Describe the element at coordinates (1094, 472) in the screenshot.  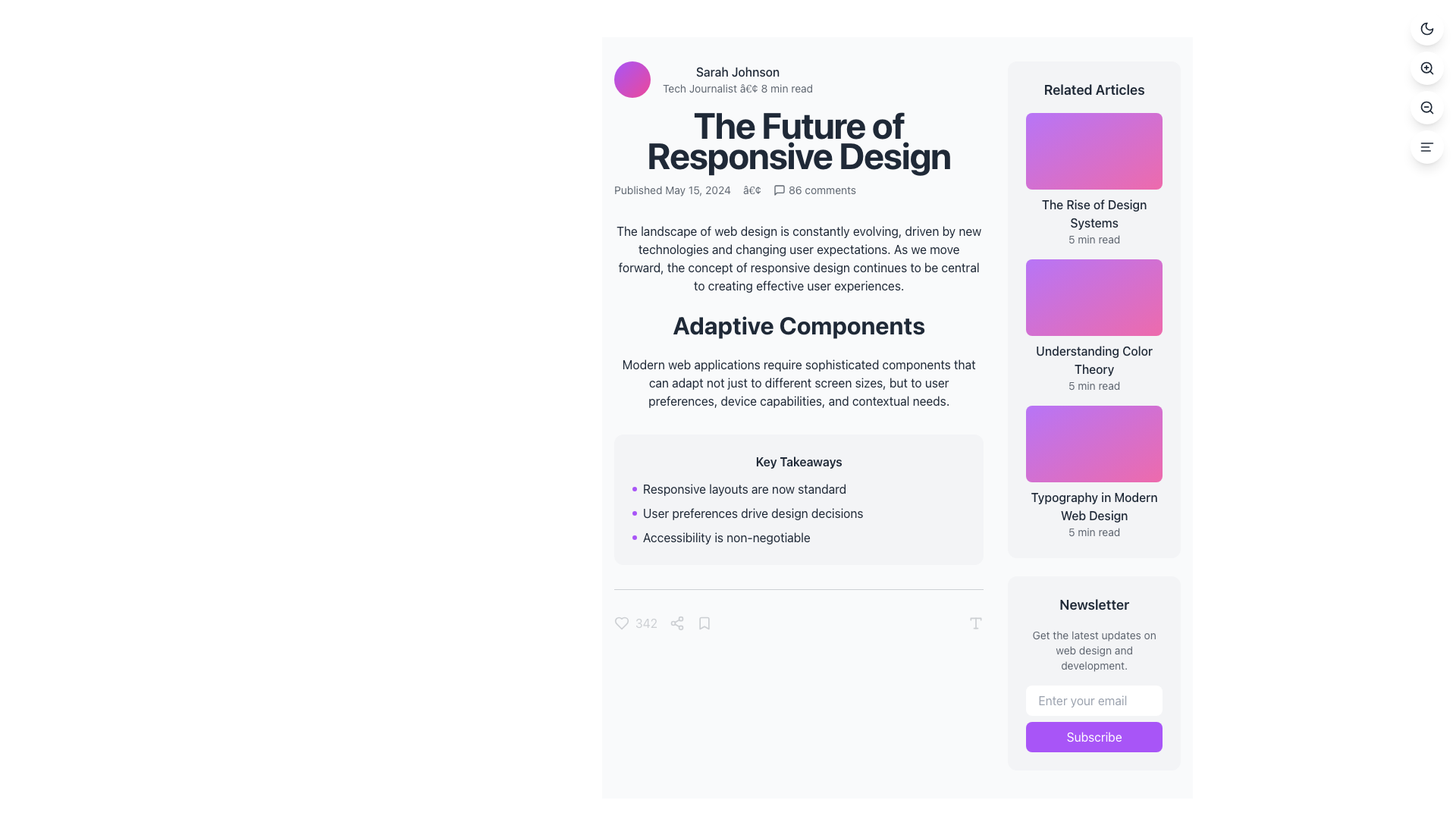
I see `the interactive card labeled 'Typography in Modern Web Design', which is the third card in a vertical list of articles on the right-hand side of the interface` at that location.